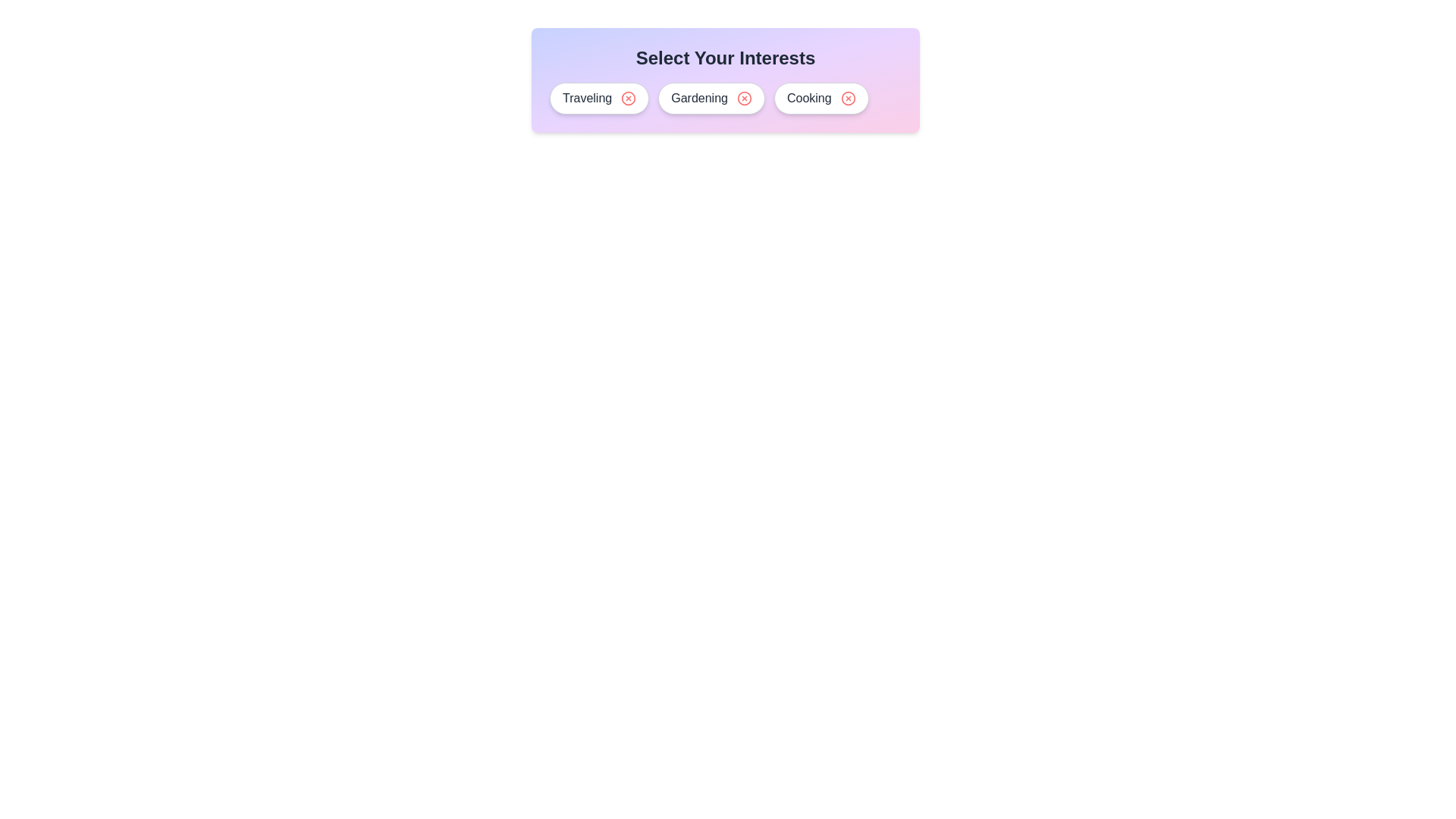 This screenshot has width=1456, height=819. Describe the element at coordinates (744, 99) in the screenshot. I see `the delete button for the interest labeled Gardening` at that location.